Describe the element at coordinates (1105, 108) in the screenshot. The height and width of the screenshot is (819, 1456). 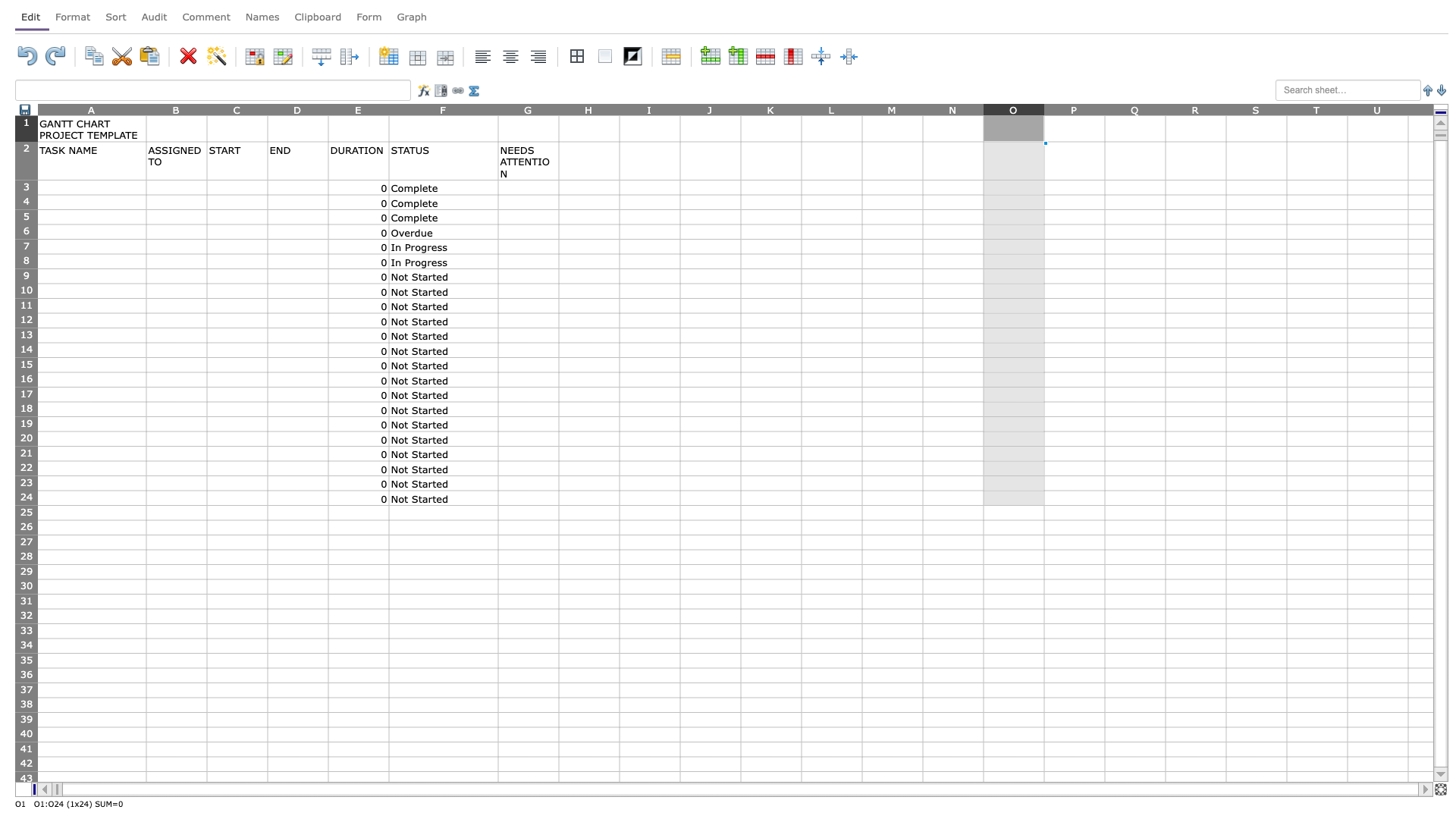
I see `the right edge of column P to resize` at that location.